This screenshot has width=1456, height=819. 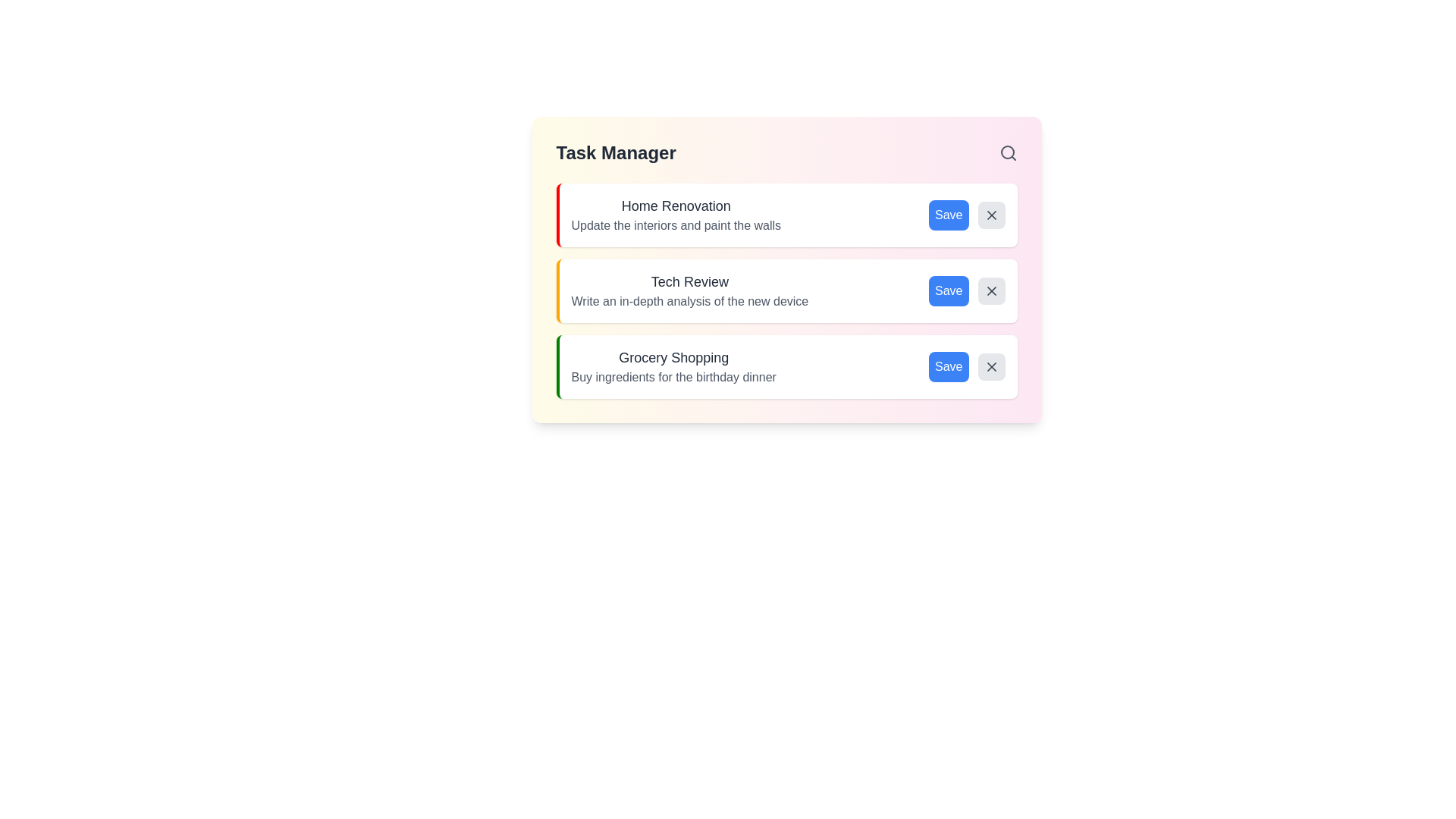 What do you see at coordinates (991, 215) in the screenshot?
I see `'X' button to remove the task item 'Home Renovation'` at bounding box center [991, 215].